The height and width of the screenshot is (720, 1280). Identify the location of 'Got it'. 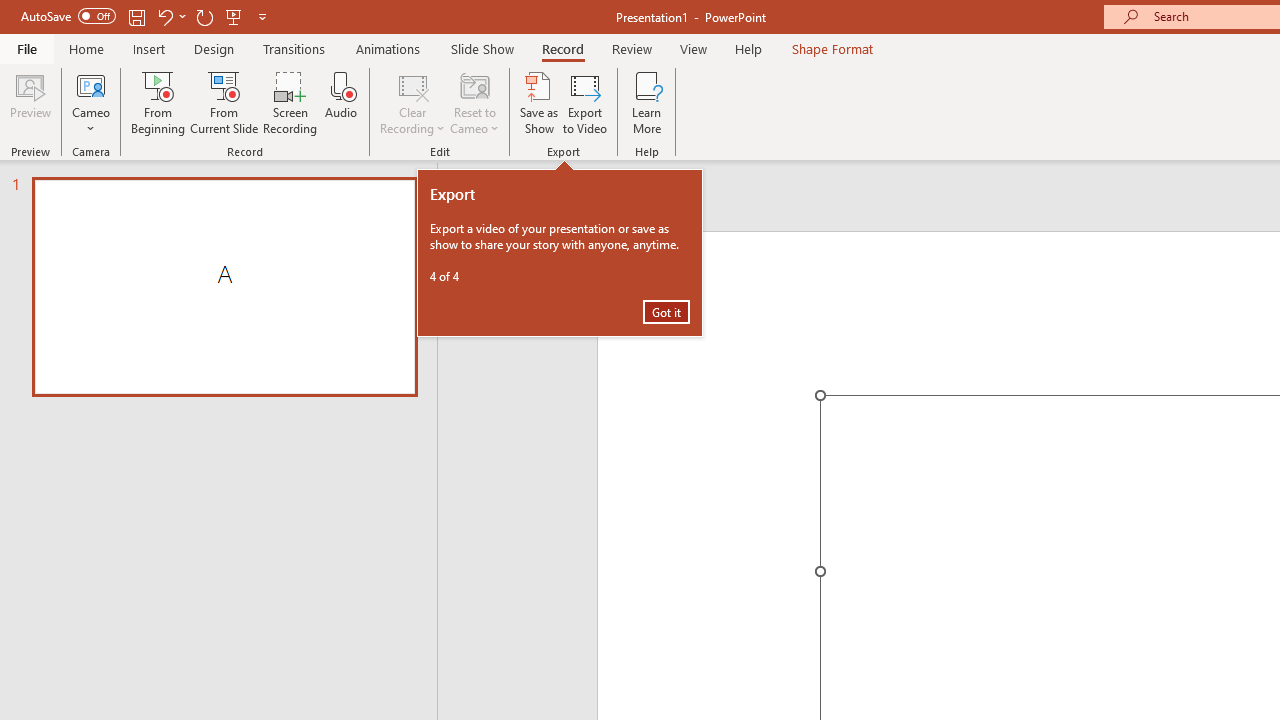
(666, 312).